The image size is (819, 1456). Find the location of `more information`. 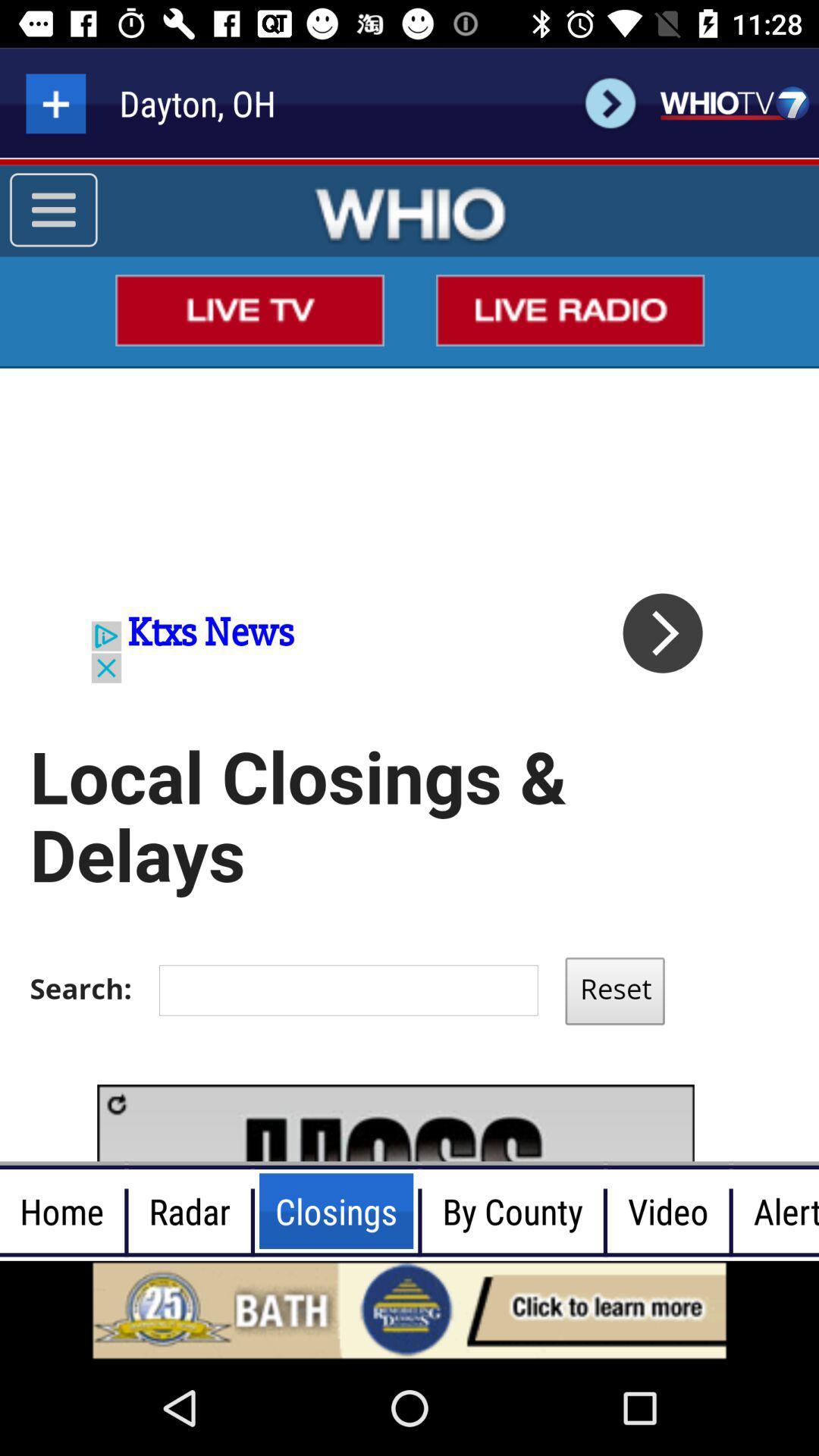

more information is located at coordinates (55, 102).